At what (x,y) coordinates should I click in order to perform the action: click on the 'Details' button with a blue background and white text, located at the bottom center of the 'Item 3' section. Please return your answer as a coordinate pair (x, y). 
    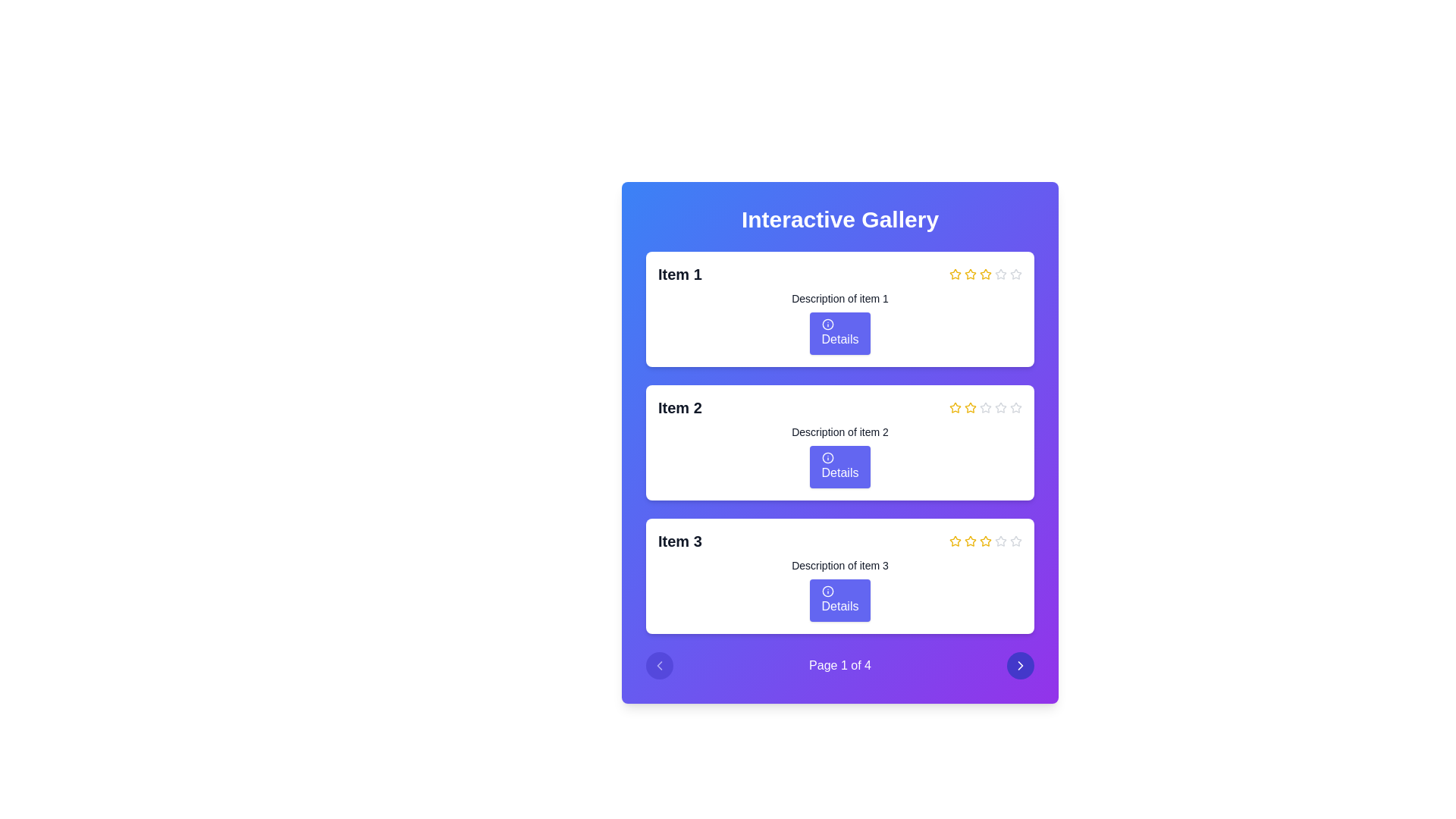
    Looking at the image, I should click on (839, 599).